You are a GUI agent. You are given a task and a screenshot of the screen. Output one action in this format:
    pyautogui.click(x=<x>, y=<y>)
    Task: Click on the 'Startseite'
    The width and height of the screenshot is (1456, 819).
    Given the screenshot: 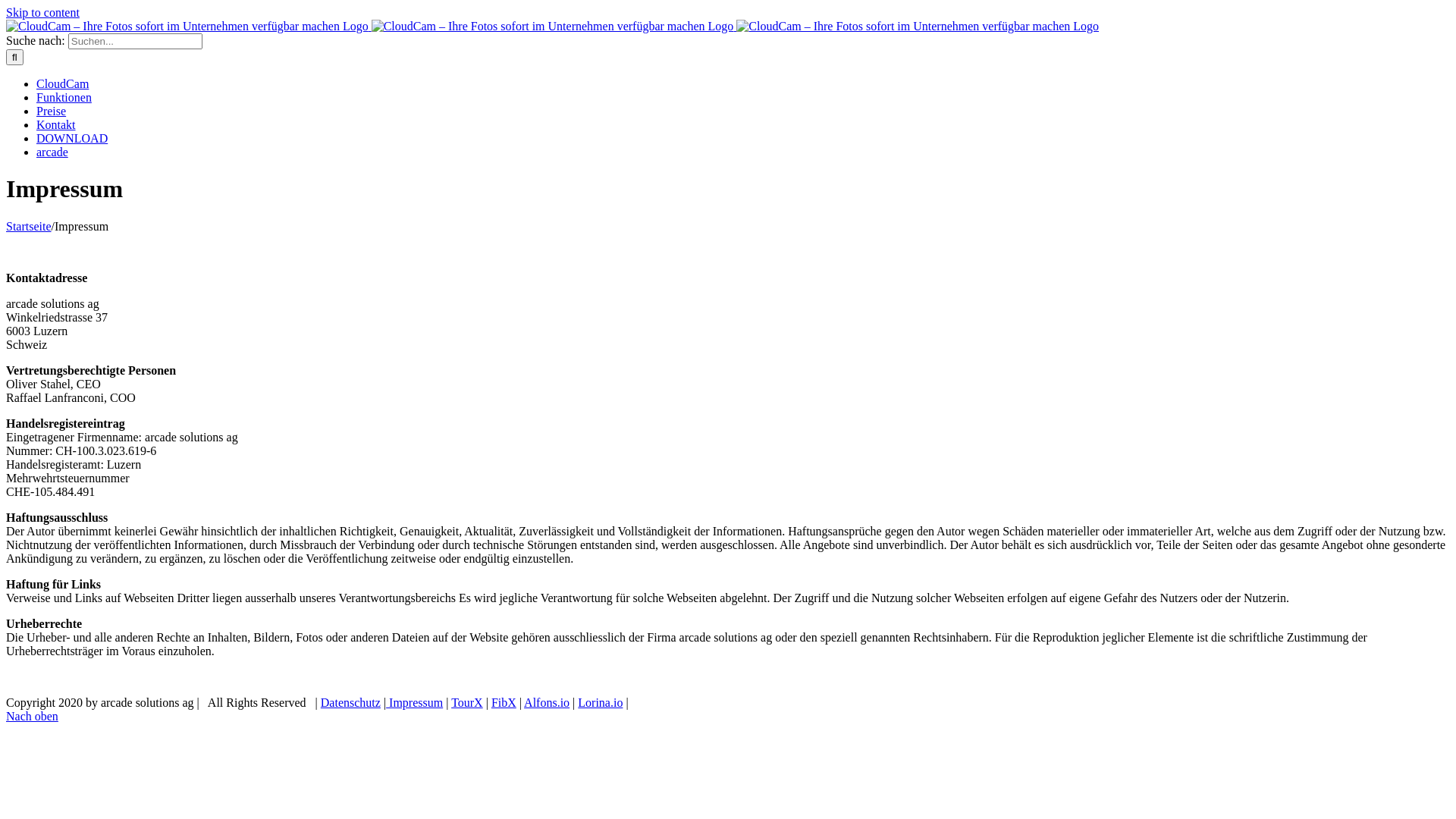 What is the action you would take?
    pyautogui.click(x=29, y=226)
    